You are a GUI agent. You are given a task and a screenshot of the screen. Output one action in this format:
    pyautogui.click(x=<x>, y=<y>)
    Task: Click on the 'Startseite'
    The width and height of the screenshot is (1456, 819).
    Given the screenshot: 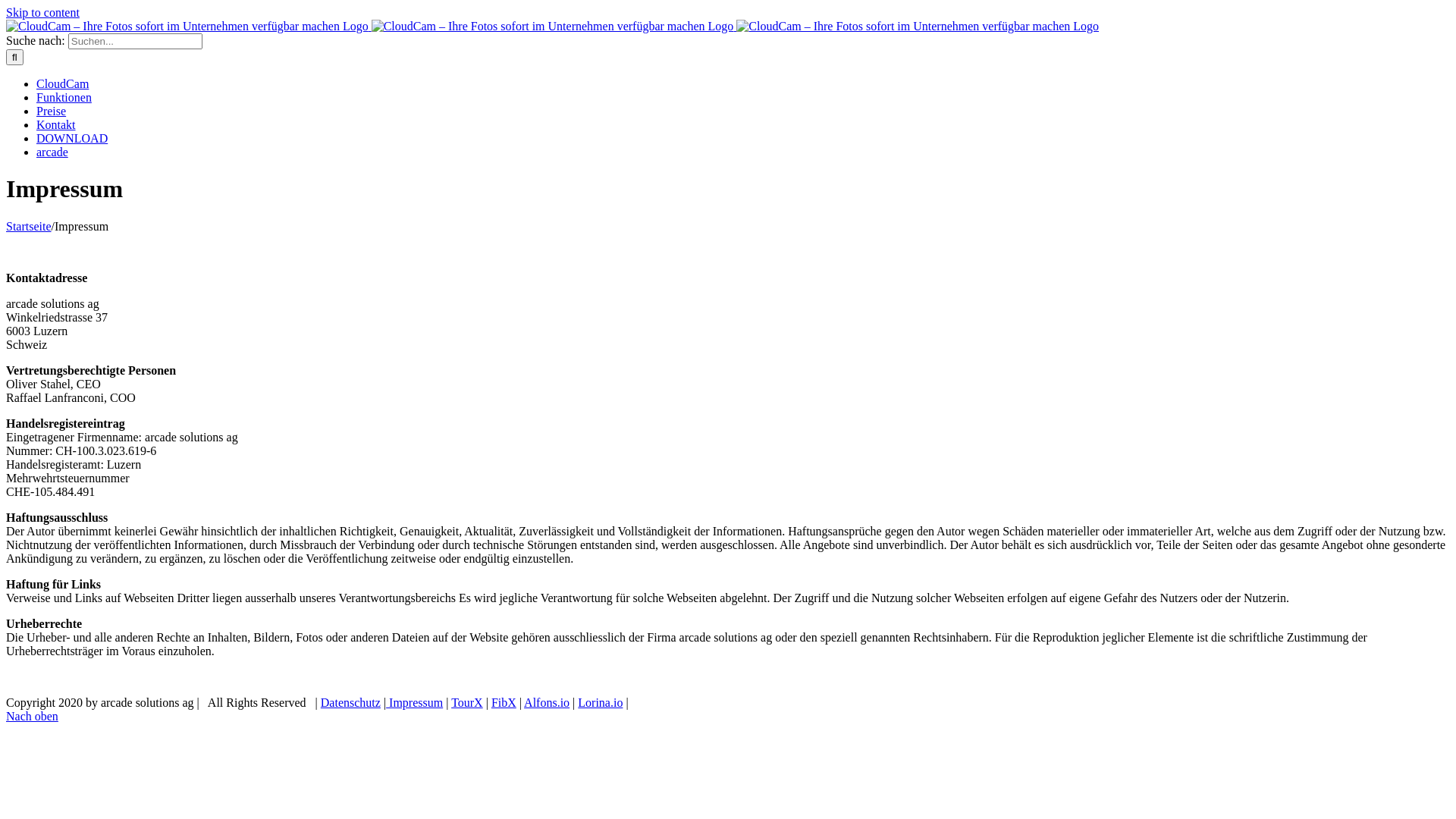 What is the action you would take?
    pyautogui.click(x=29, y=226)
    